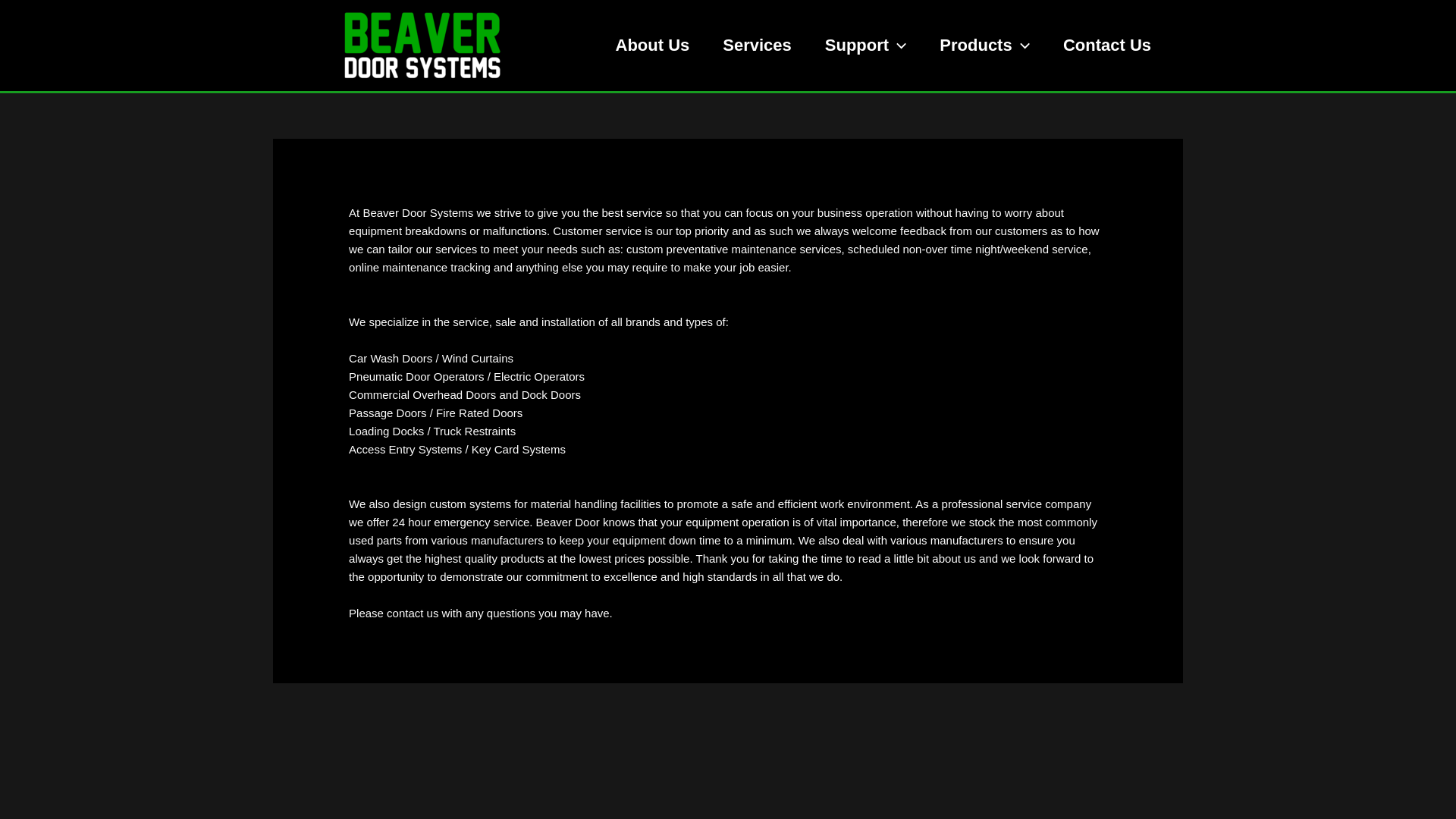 This screenshot has width=1456, height=819. Describe the element at coordinates (757, 45) in the screenshot. I see `'Services'` at that location.